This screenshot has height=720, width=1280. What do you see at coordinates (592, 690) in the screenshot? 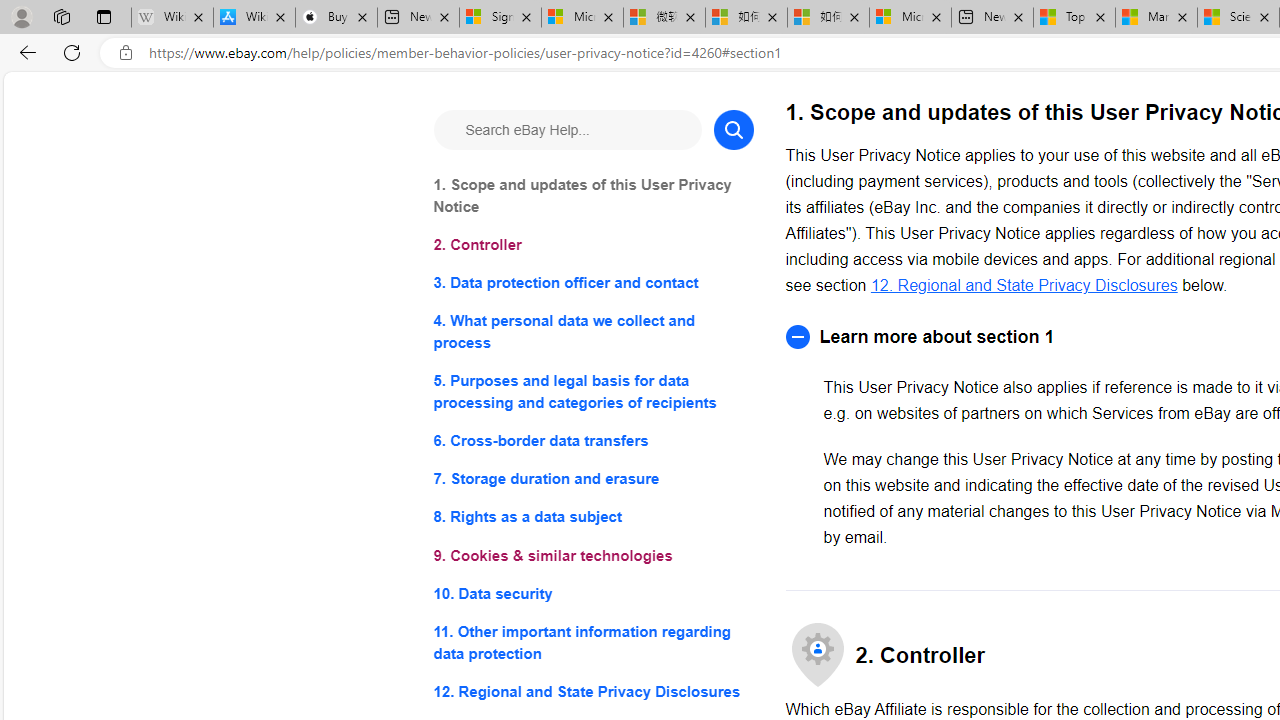
I see `'12. Regional and State Privacy Disclosures'` at bounding box center [592, 690].